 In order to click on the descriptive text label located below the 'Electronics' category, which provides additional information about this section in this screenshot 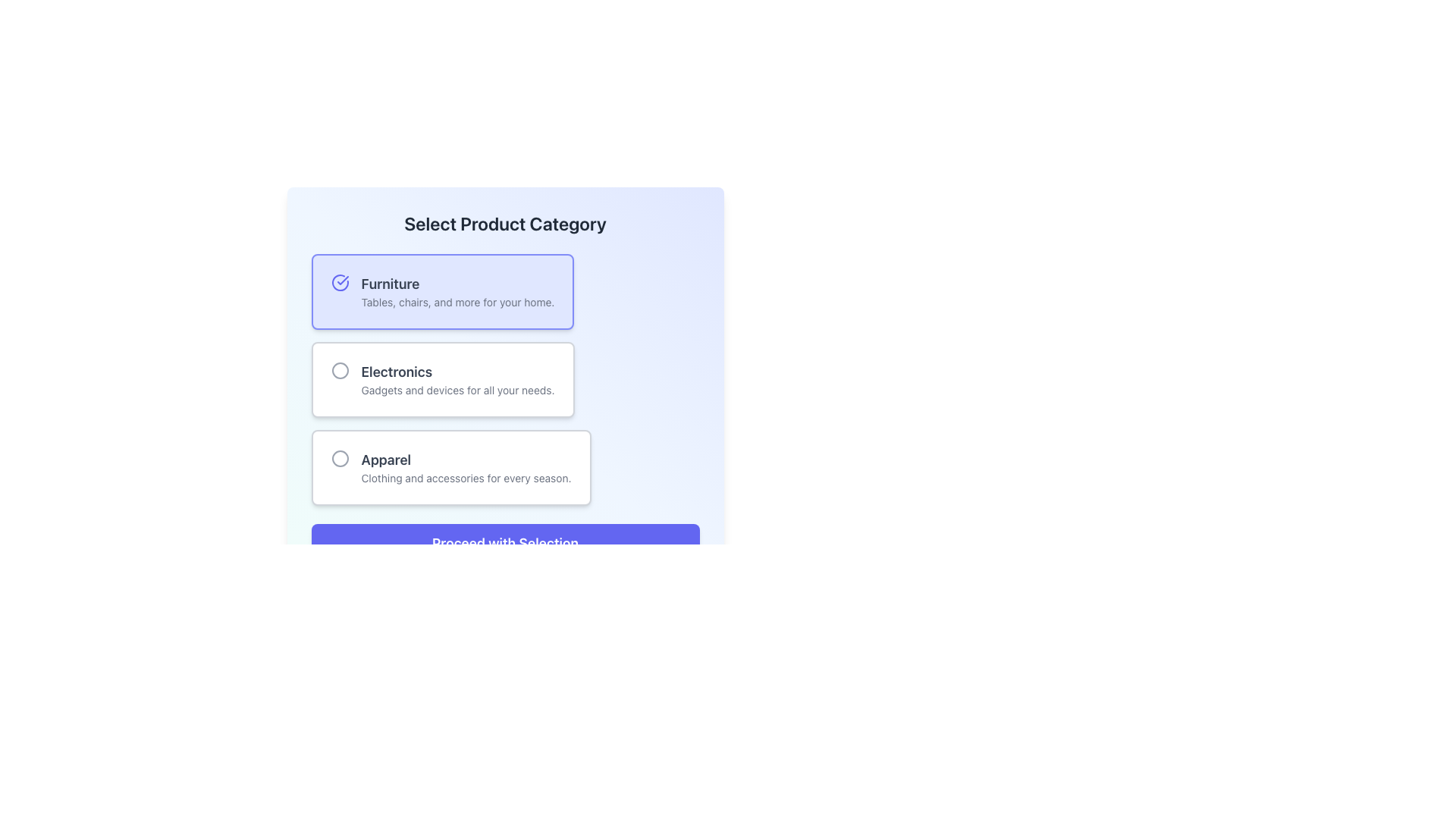, I will do `click(457, 390)`.